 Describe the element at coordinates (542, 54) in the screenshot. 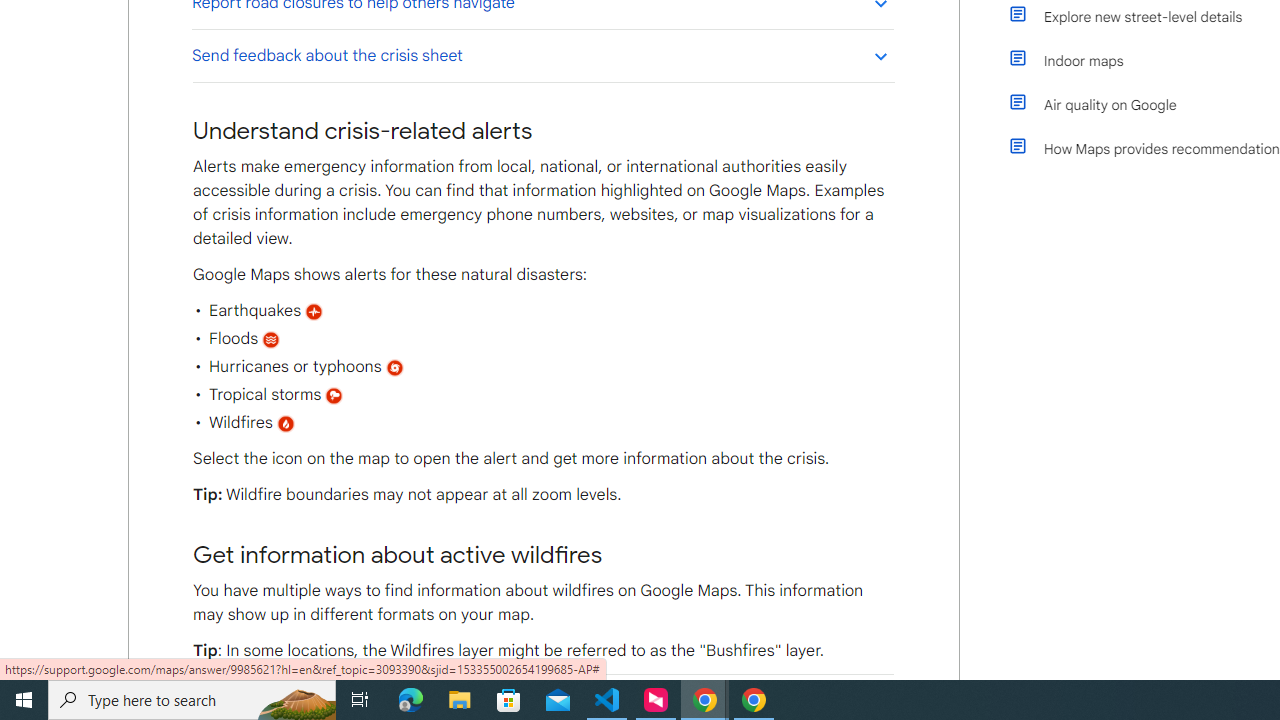

I see `'Send feedback about the crisis sheet'` at that location.